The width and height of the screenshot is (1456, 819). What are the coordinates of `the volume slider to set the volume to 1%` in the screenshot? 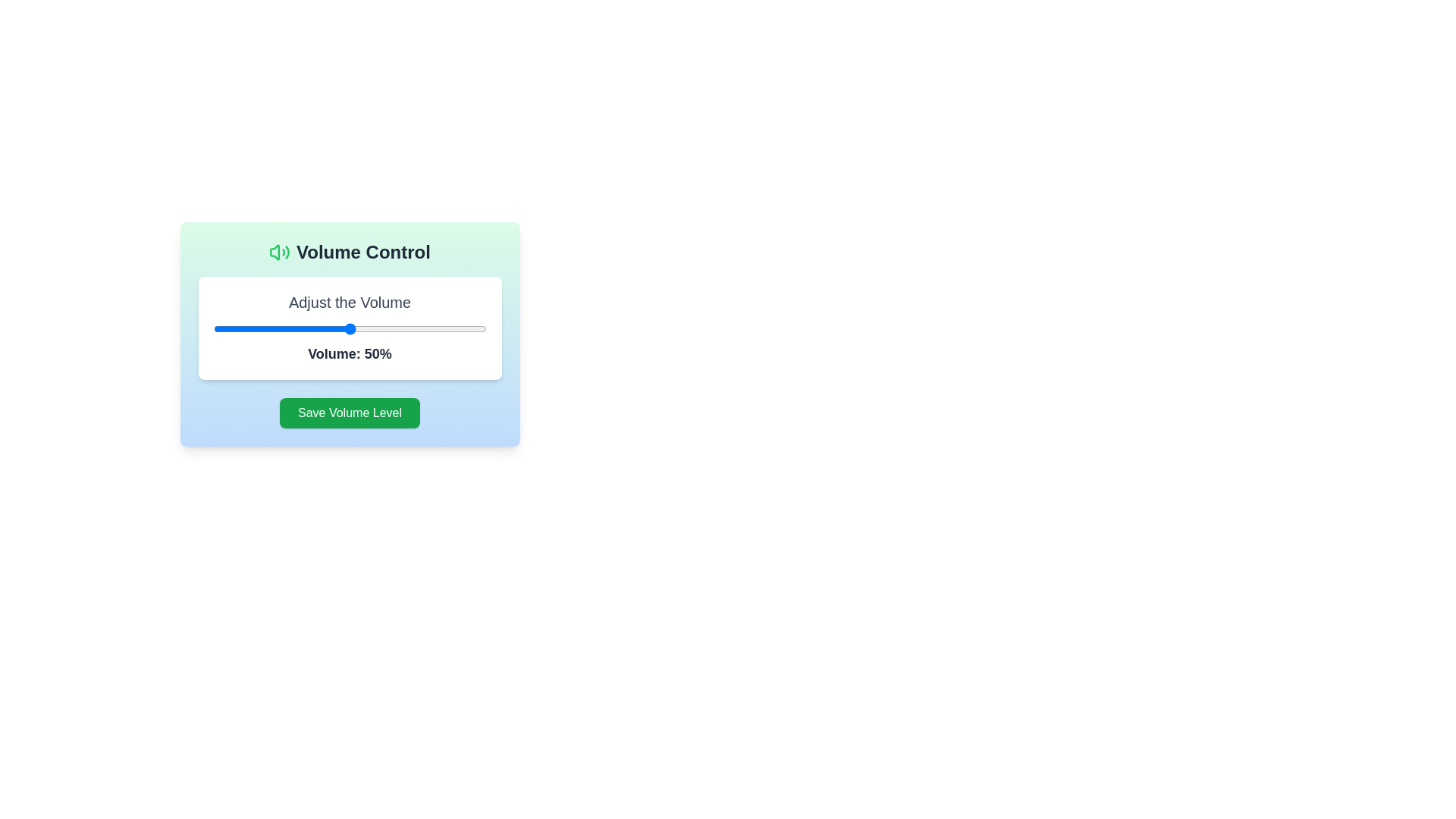 It's located at (215, 328).